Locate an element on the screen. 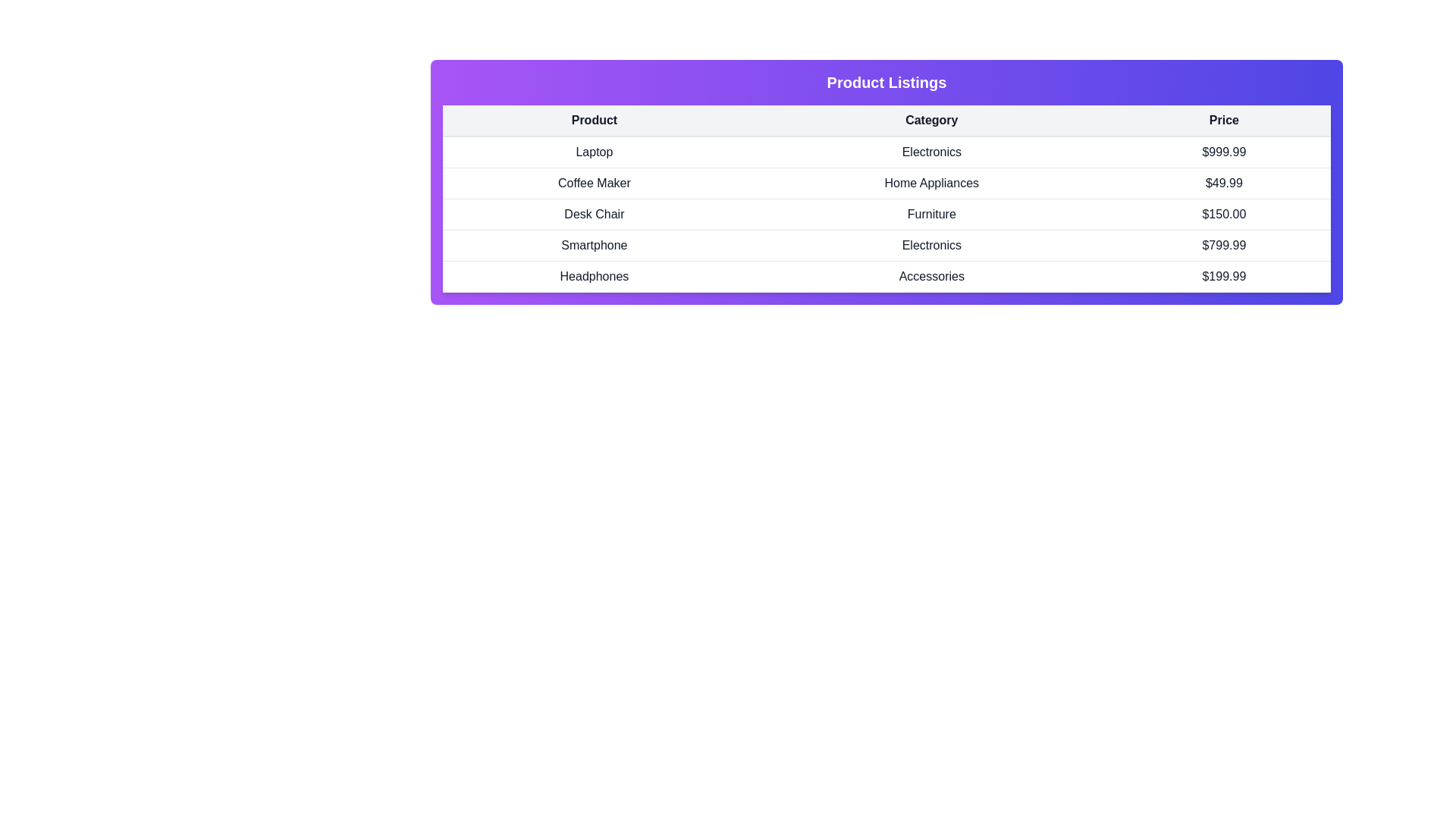 This screenshot has height=819, width=1456. text content of the 'Electronics' label, which is displayed in the second cell of the first row in the 'Category' column of the table is located at coordinates (930, 152).